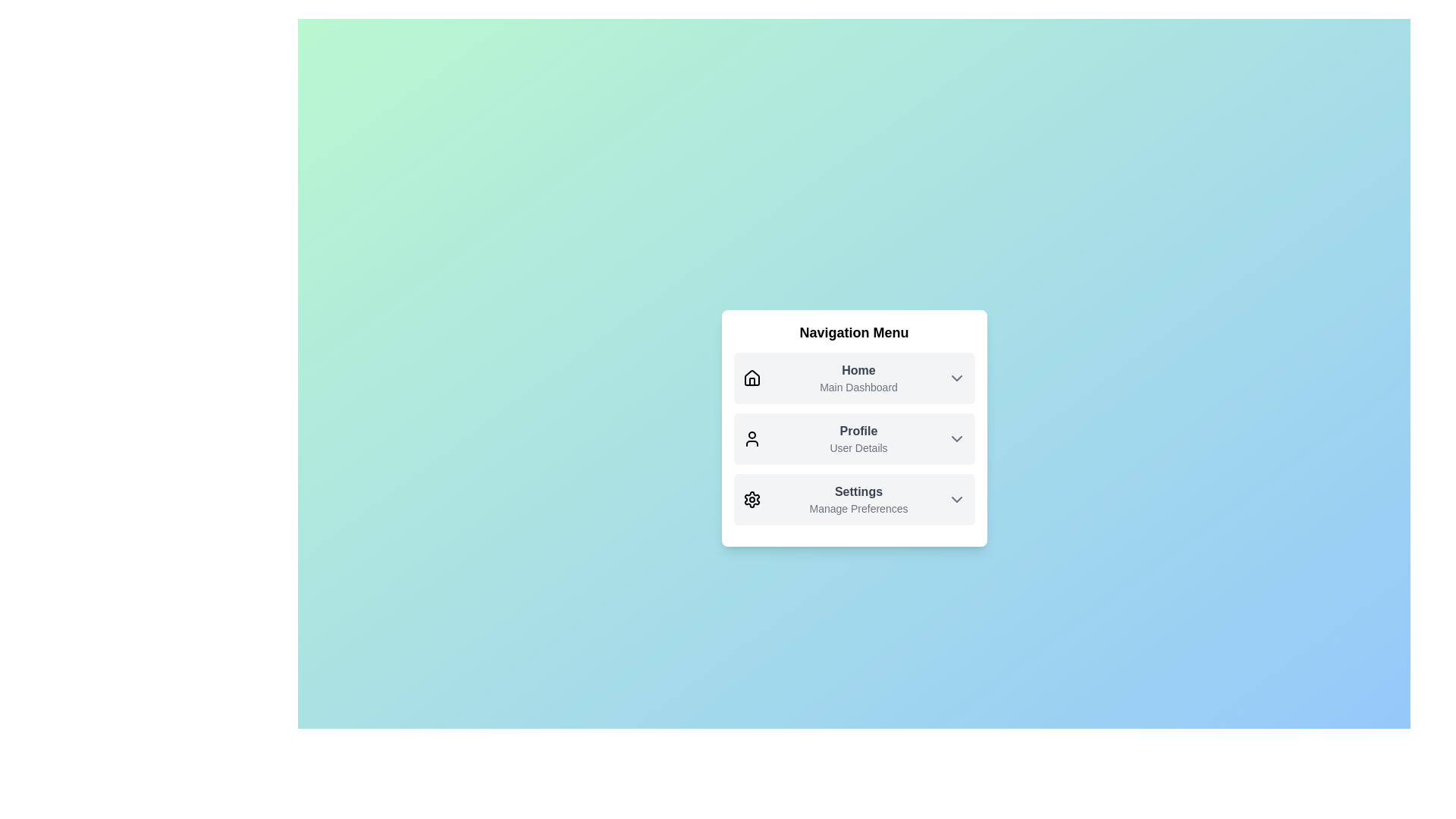  I want to click on the ChevronDown icon for Settings to expand or collapse the dropdown, so click(955, 500).